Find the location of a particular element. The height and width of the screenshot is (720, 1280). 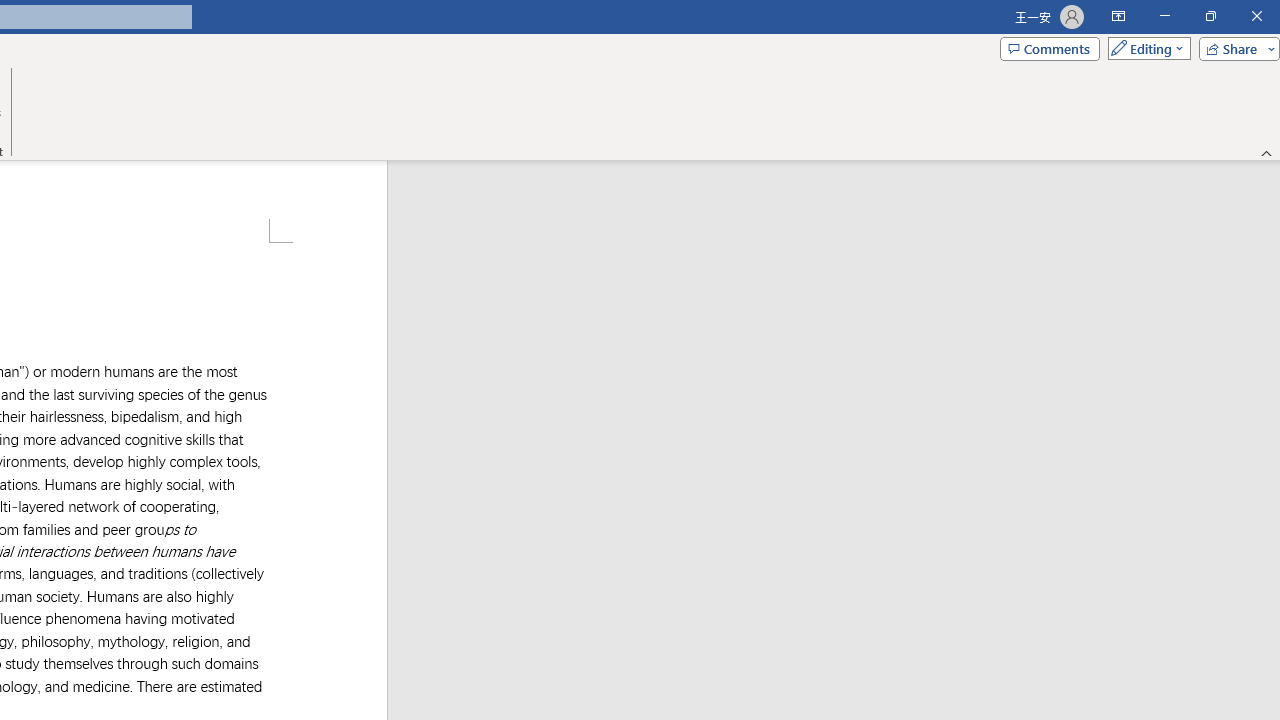

'Collapse the Ribbon' is located at coordinates (1266, 152).